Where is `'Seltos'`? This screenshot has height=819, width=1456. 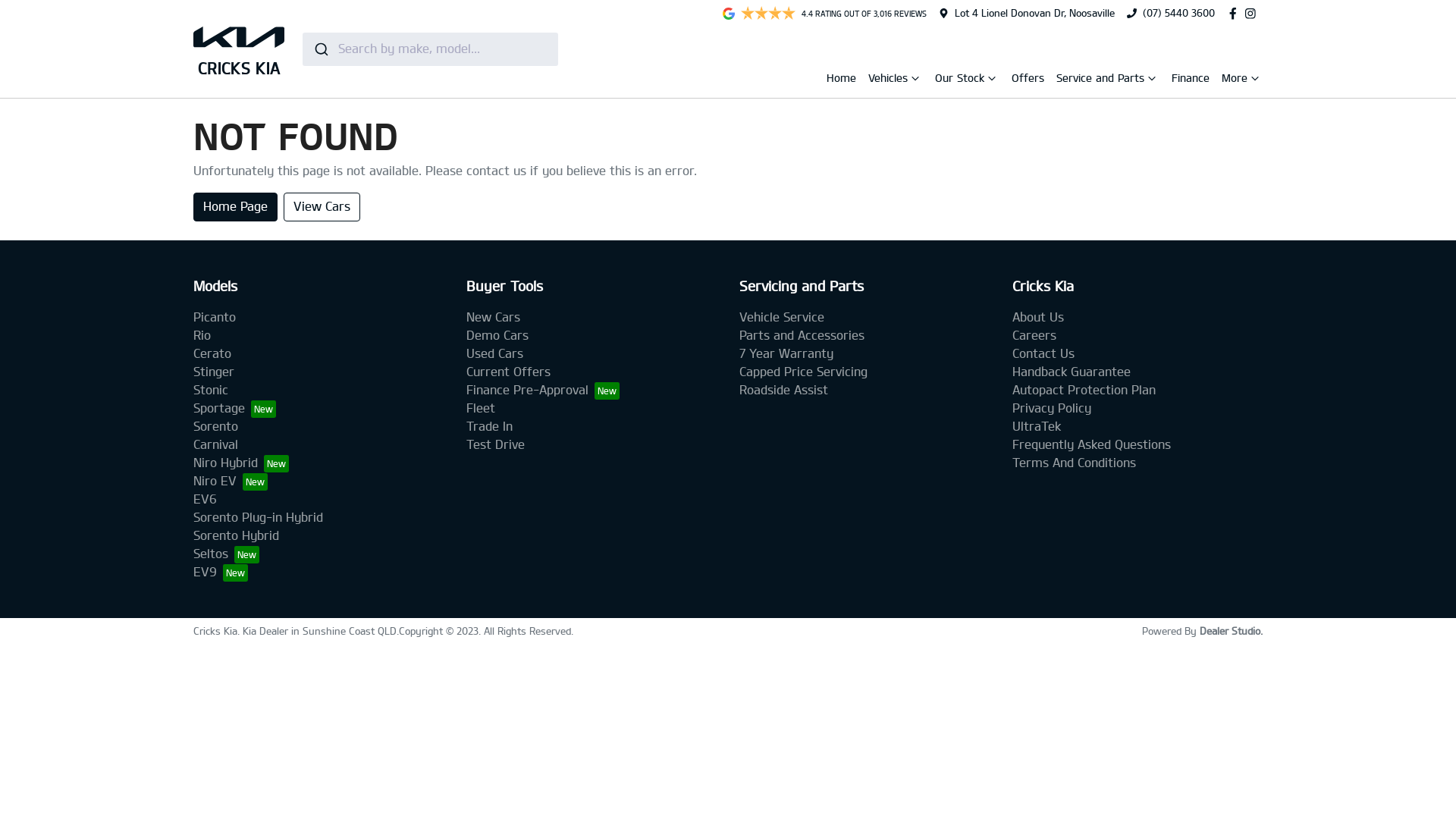 'Seltos' is located at coordinates (225, 554).